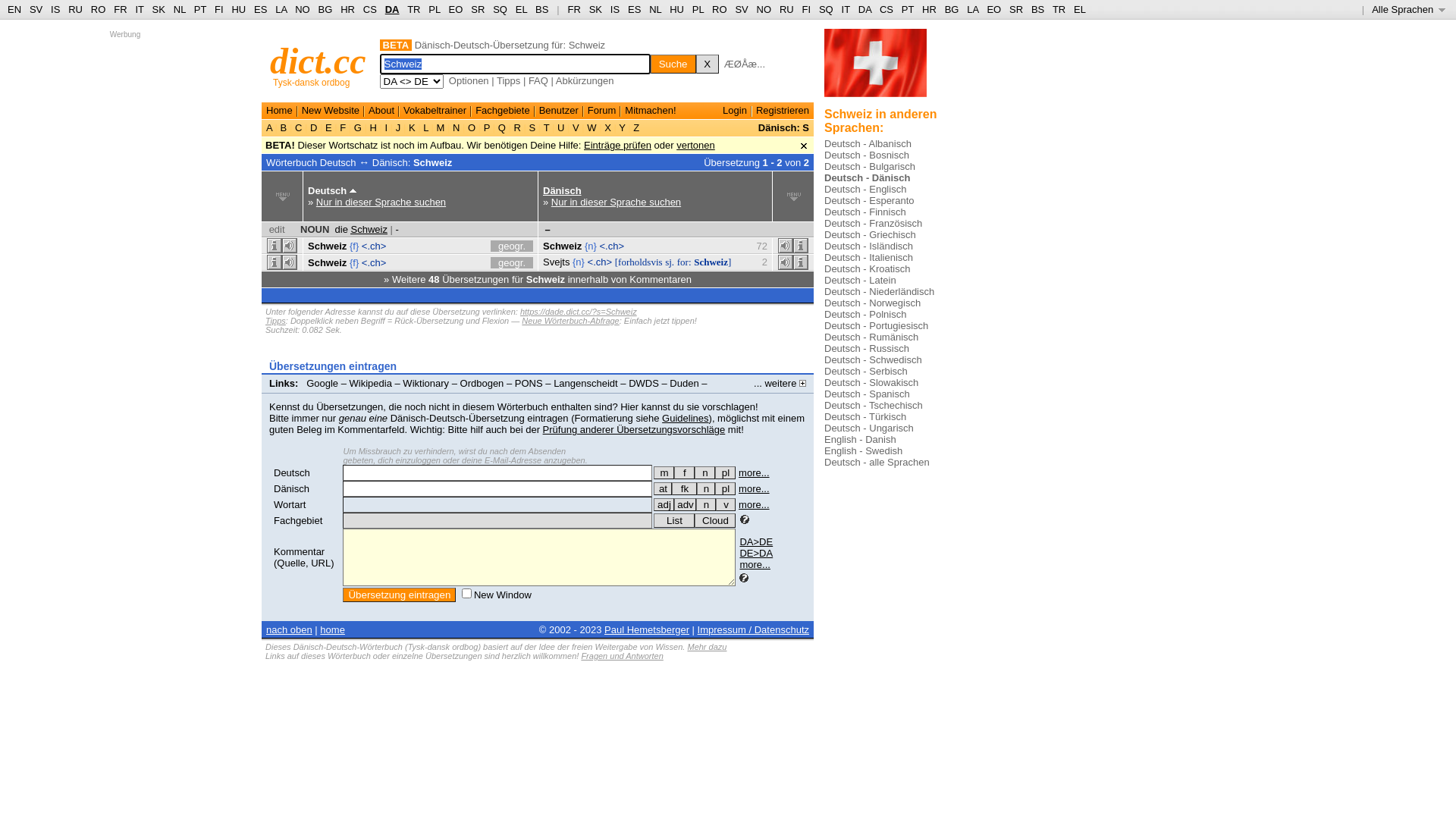  I want to click on 'Paul Hemetsberger', so click(603, 629).